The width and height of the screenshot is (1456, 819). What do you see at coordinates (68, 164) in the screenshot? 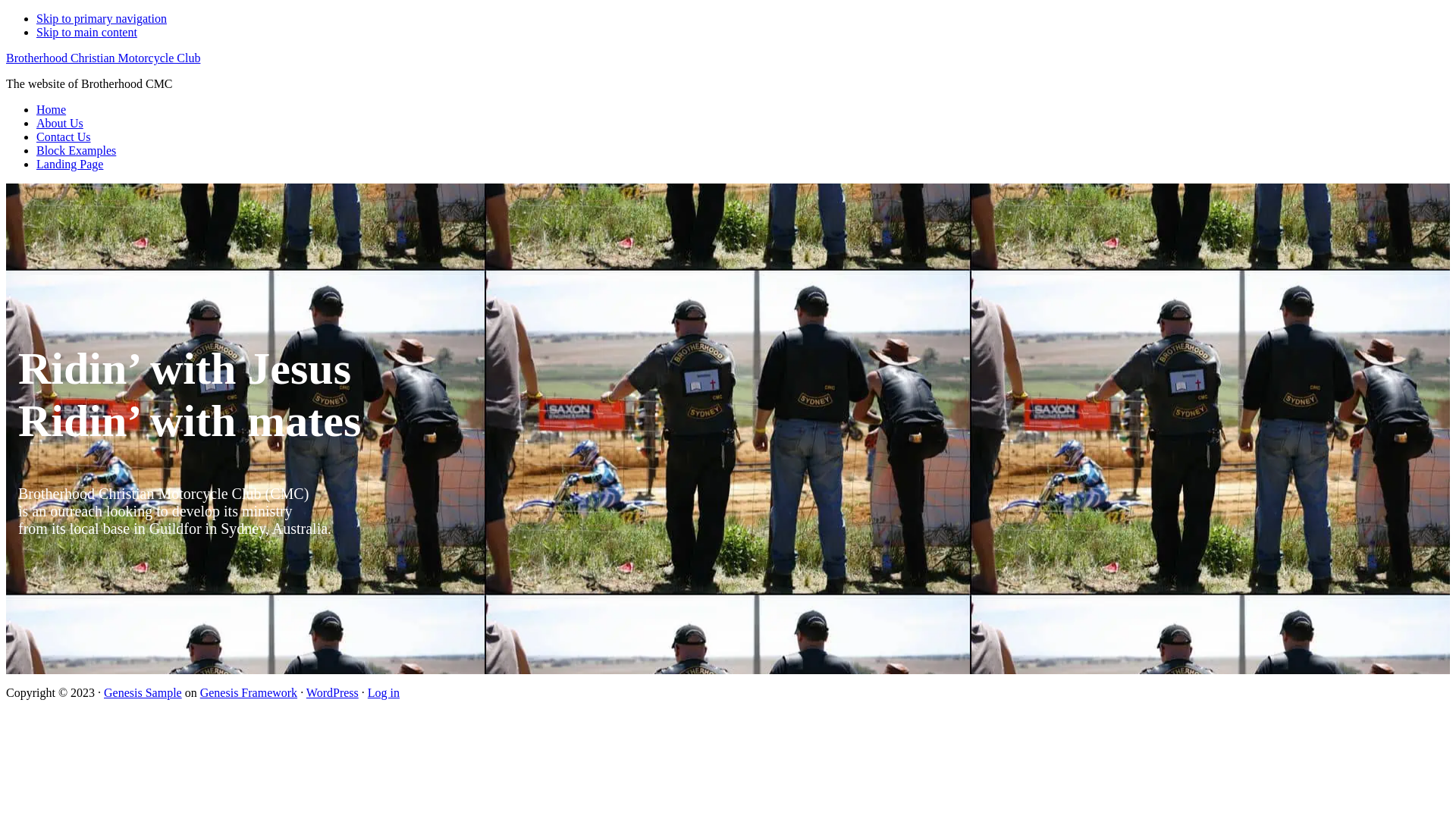
I see `'Landing Page'` at bounding box center [68, 164].